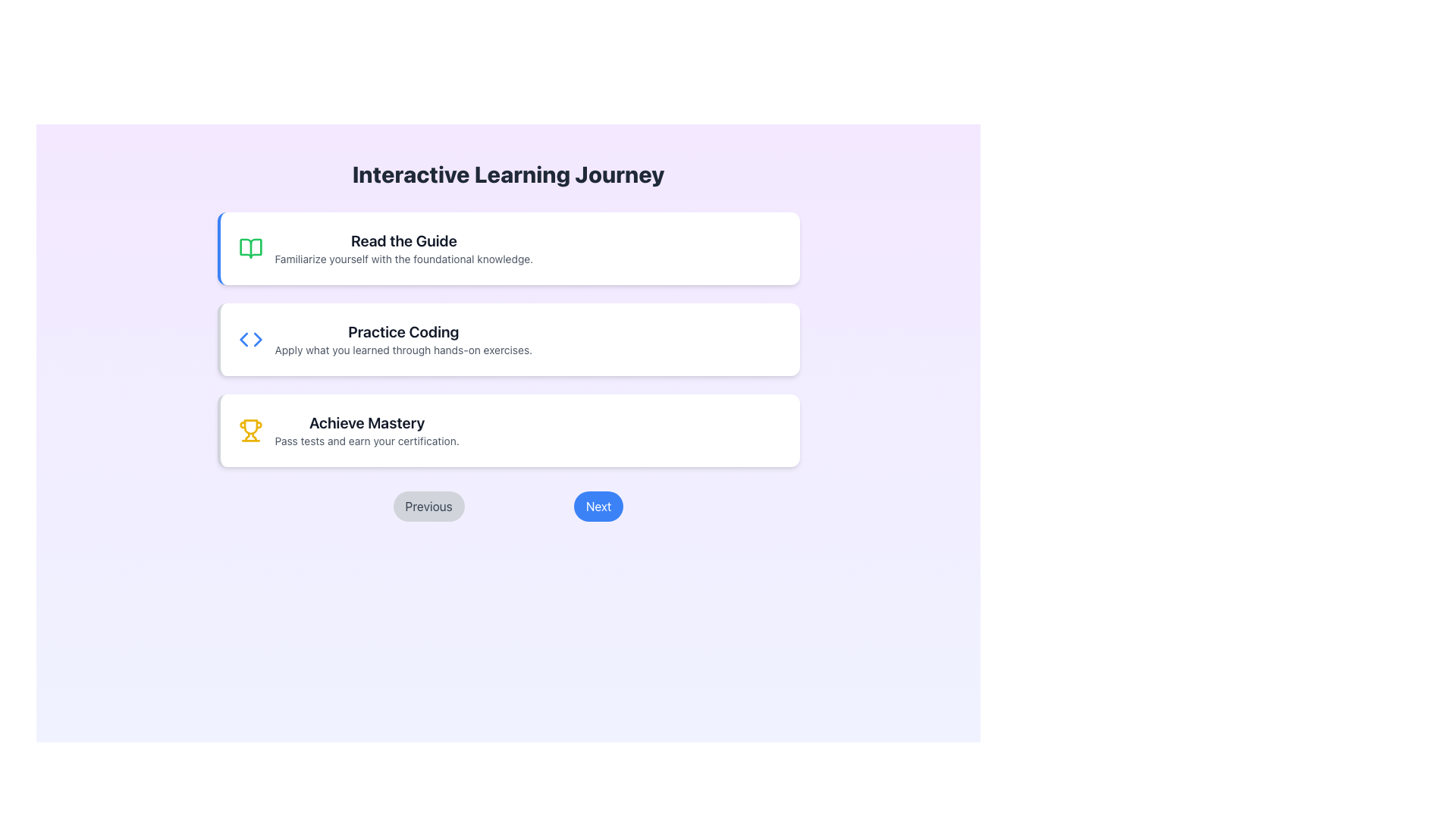 The height and width of the screenshot is (819, 1456). What do you see at coordinates (250, 338) in the screenshot?
I see `the blue SVG icon represented by a pair of angle brackets ('<' and '>') located to the left of the 'Practice Coding' text in the second card` at bounding box center [250, 338].